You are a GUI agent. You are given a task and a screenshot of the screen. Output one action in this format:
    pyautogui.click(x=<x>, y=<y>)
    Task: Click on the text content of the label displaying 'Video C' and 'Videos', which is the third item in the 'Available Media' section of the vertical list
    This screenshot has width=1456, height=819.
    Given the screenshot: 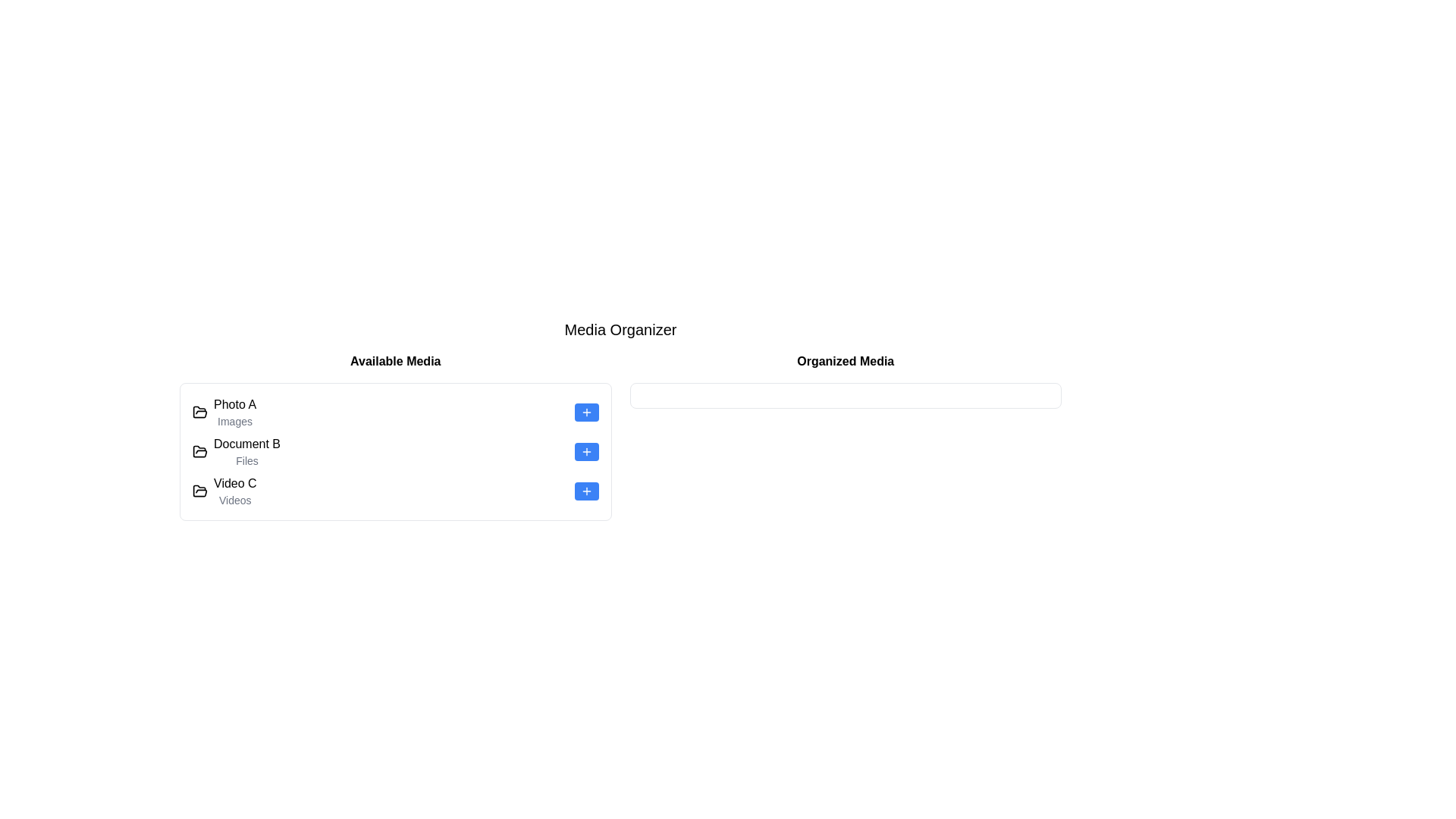 What is the action you would take?
    pyautogui.click(x=234, y=491)
    